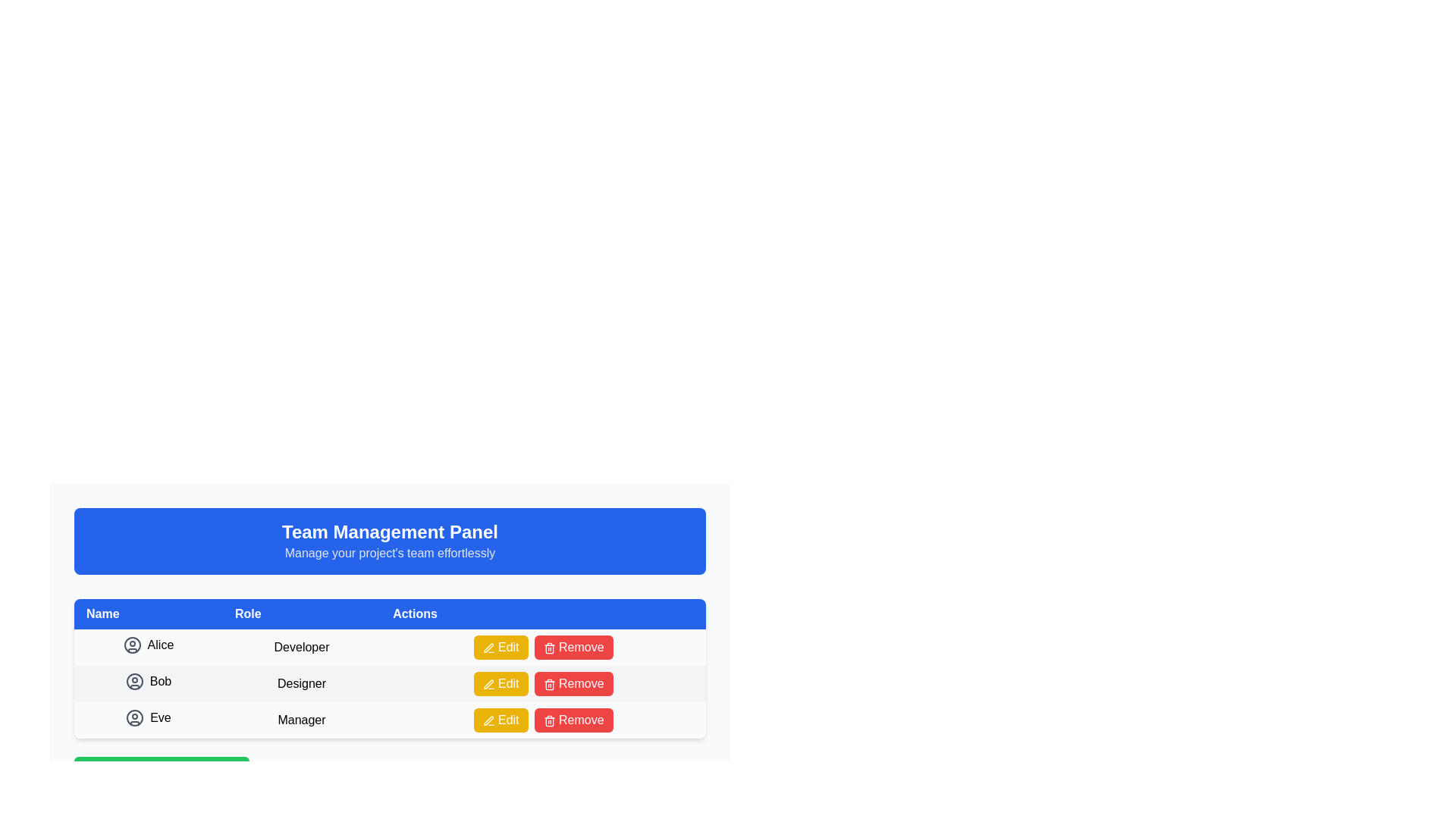  What do you see at coordinates (149, 719) in the screenshot?
I see `the text element identifying 'Eve' in the team management panel` at bounding box center [149, 719].